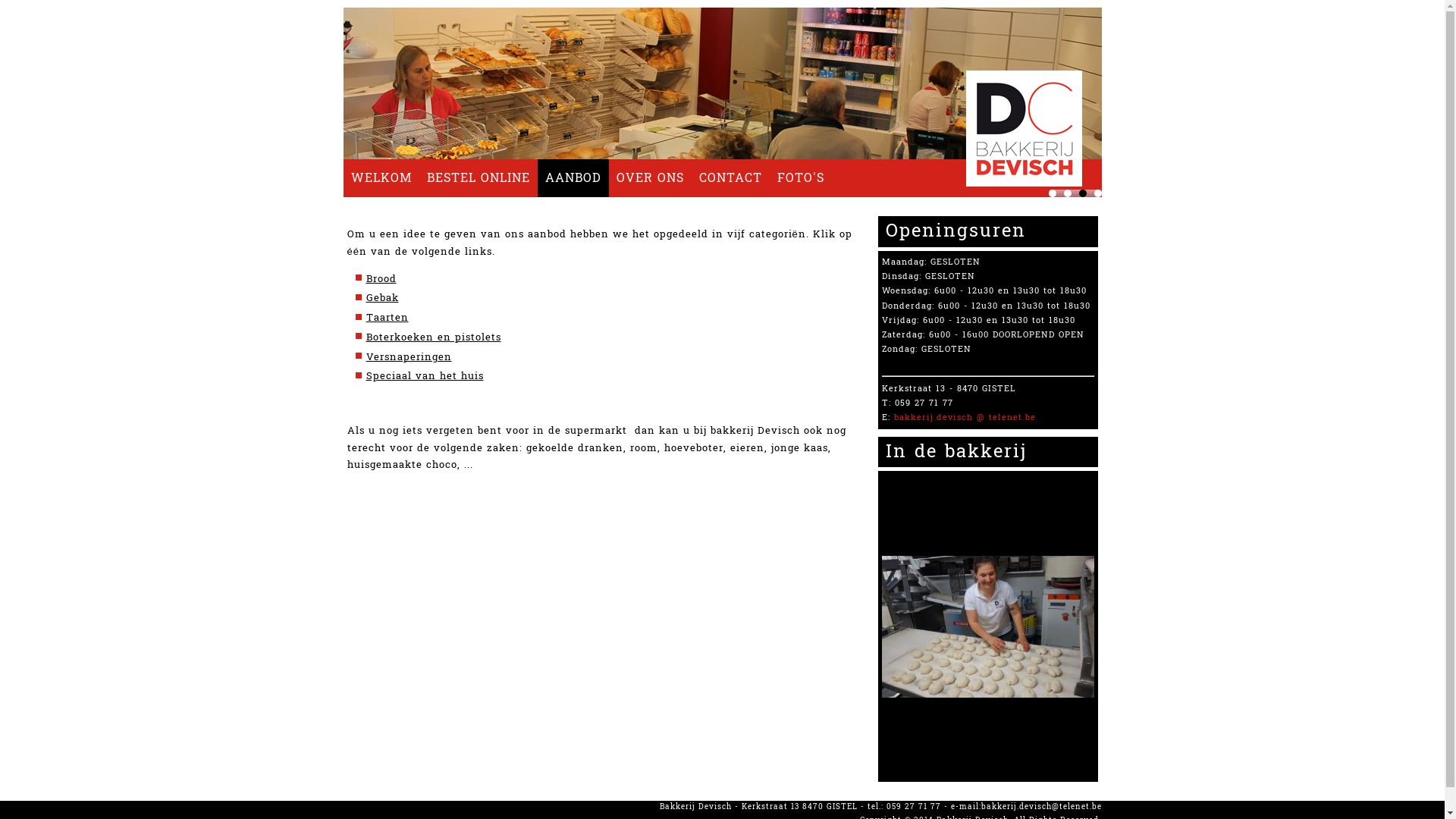 The height and width of the screenshot is (819, 1456). What do you see at coordinates (365, 298) in the screenshot?
I see `'Gebak'` at bounding box center [365, 298].